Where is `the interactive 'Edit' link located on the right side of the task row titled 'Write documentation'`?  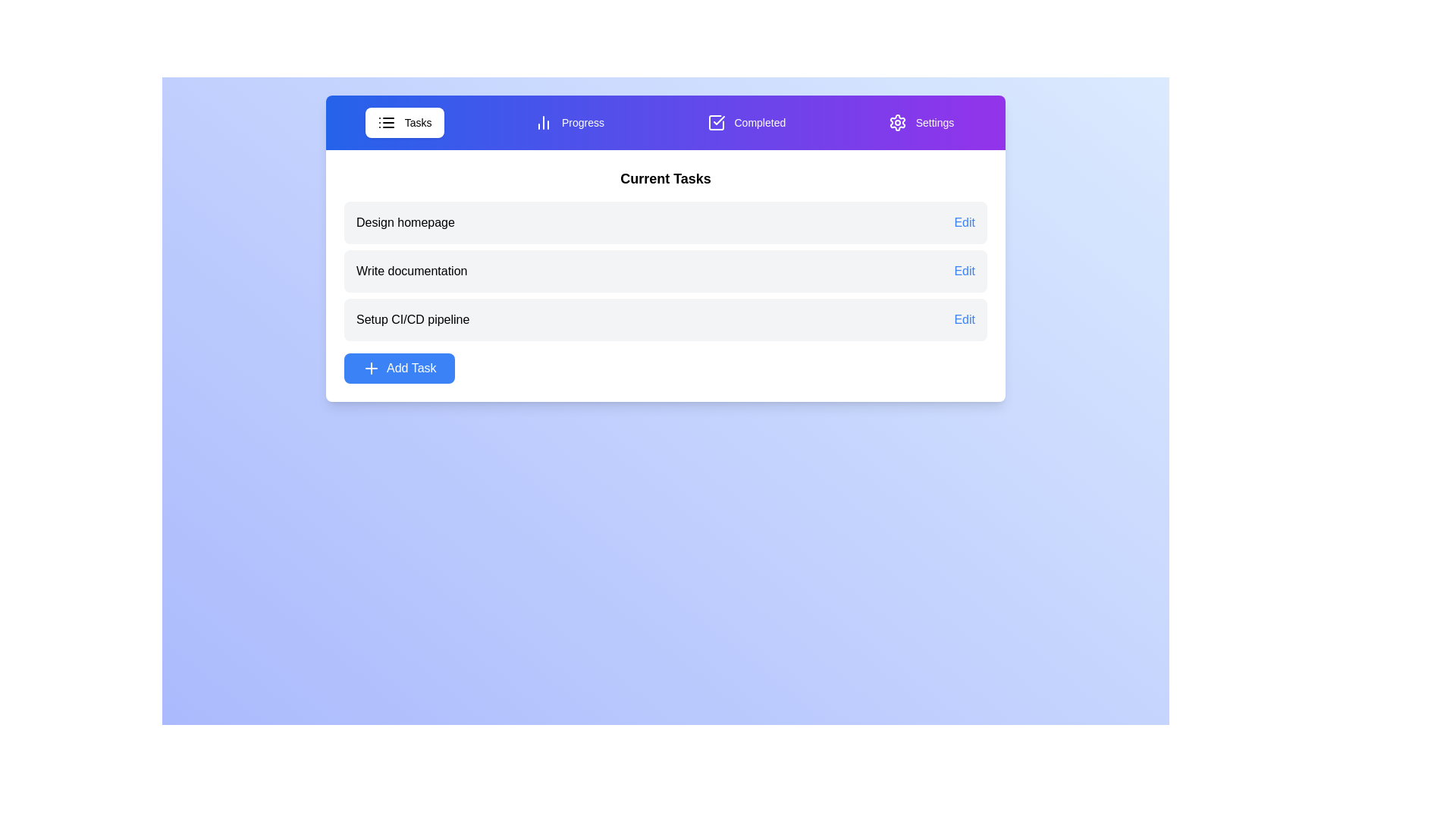 the interactive 'Edit' link located on the right side of the task row titled 'Write documentation' is located at coordinates (964, 271).